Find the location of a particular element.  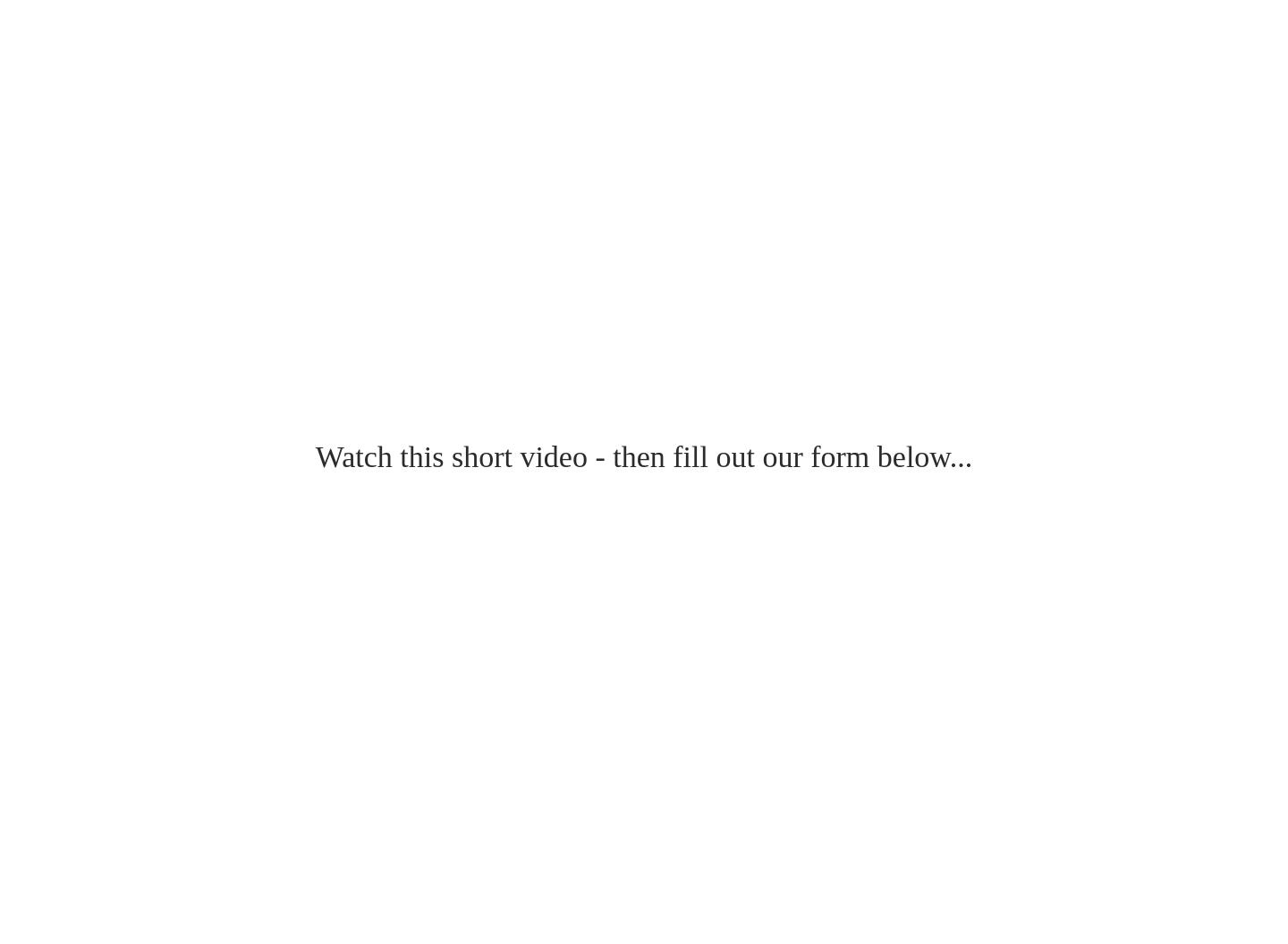

'internet marketing skills' is located at coordinates (149, 75).